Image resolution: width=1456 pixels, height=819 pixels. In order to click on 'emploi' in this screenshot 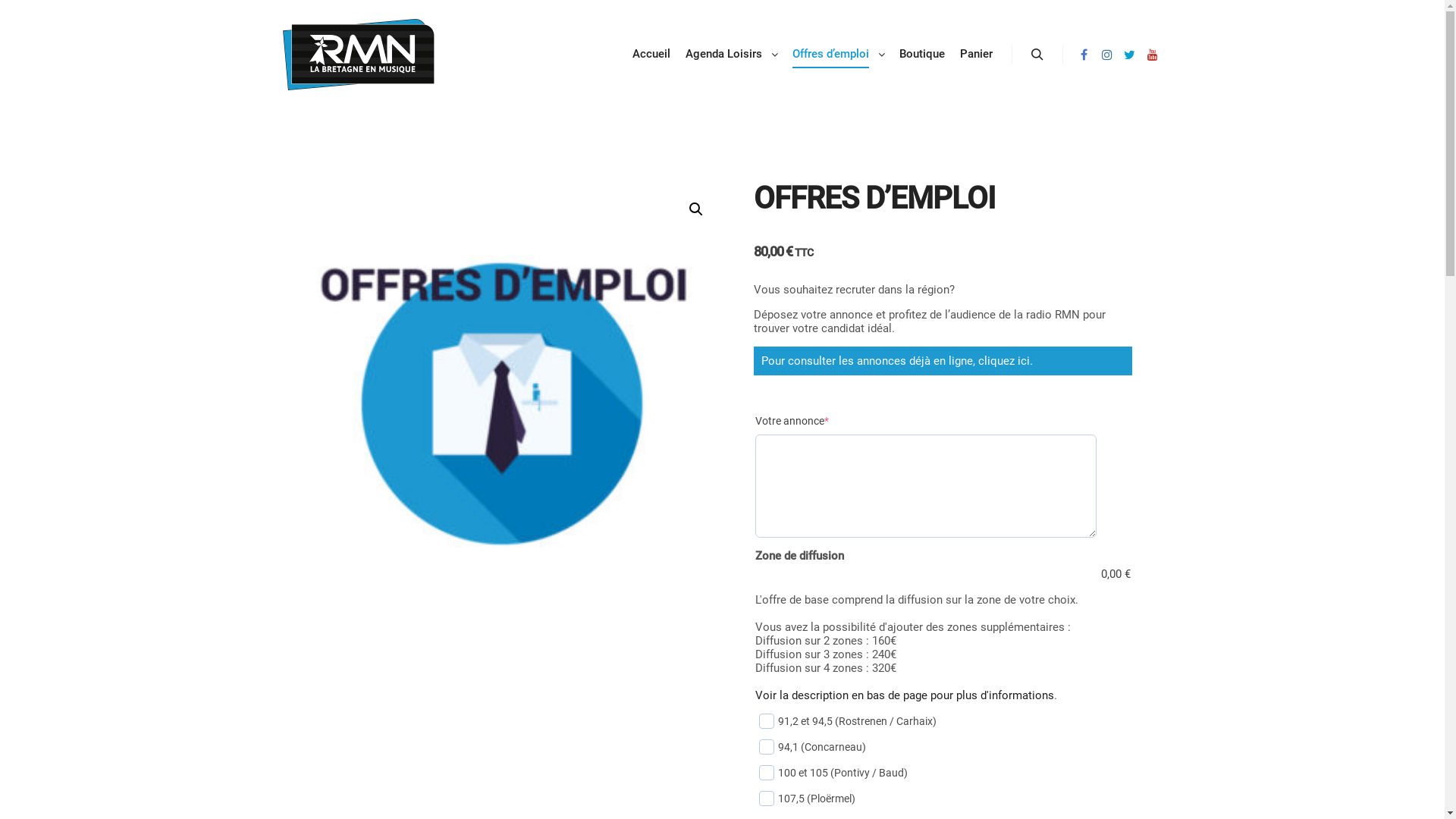, I will do `click(501, 403)`.